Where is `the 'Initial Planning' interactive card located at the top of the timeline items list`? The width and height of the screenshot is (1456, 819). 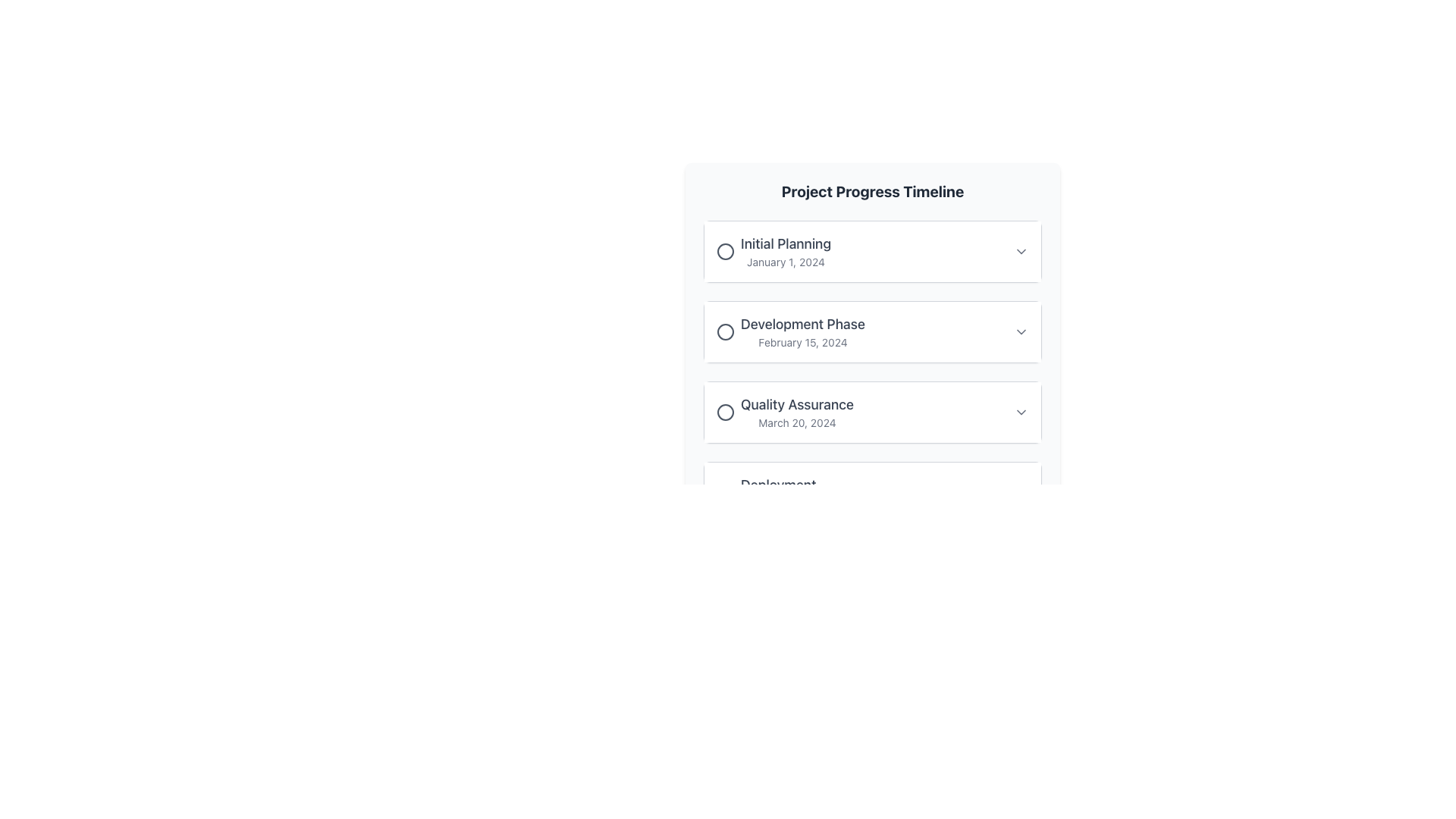
the 'Initial Planning' interactive card located at the top of the timeline items list is located at coordinates (873, 250).